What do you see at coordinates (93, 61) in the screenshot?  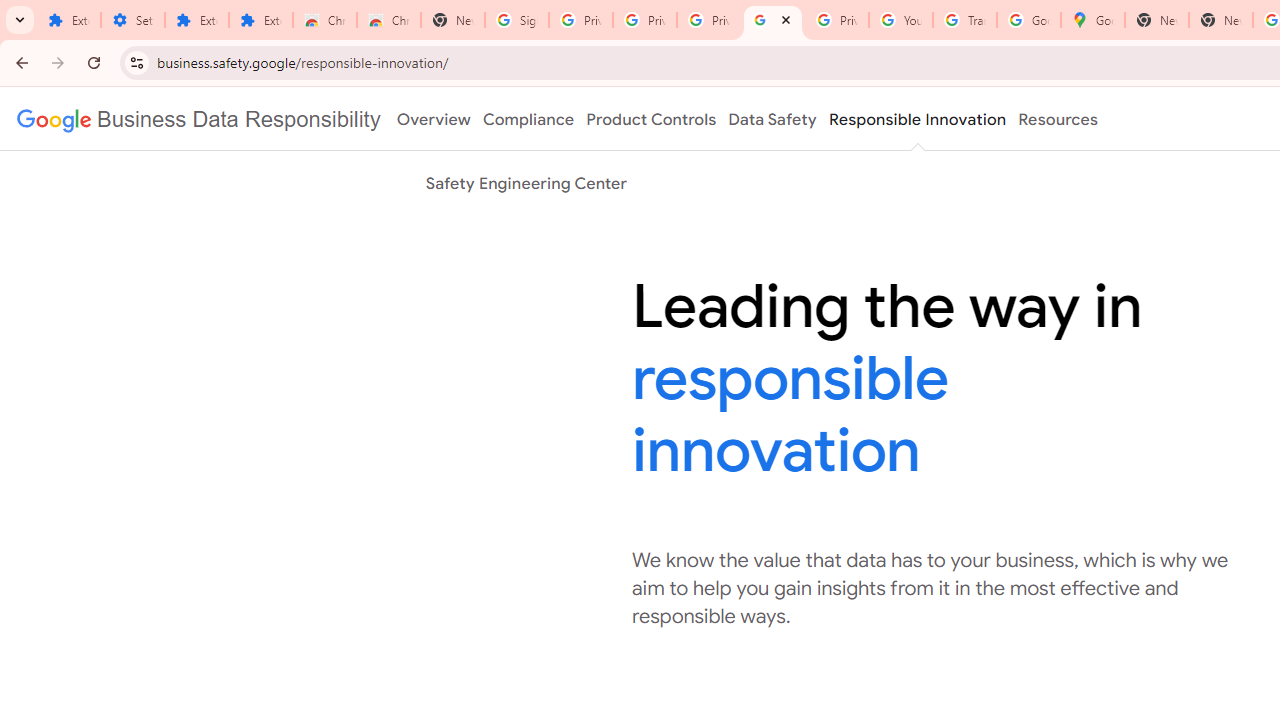 I see `'Reload'` at bounding box center [93, 61].